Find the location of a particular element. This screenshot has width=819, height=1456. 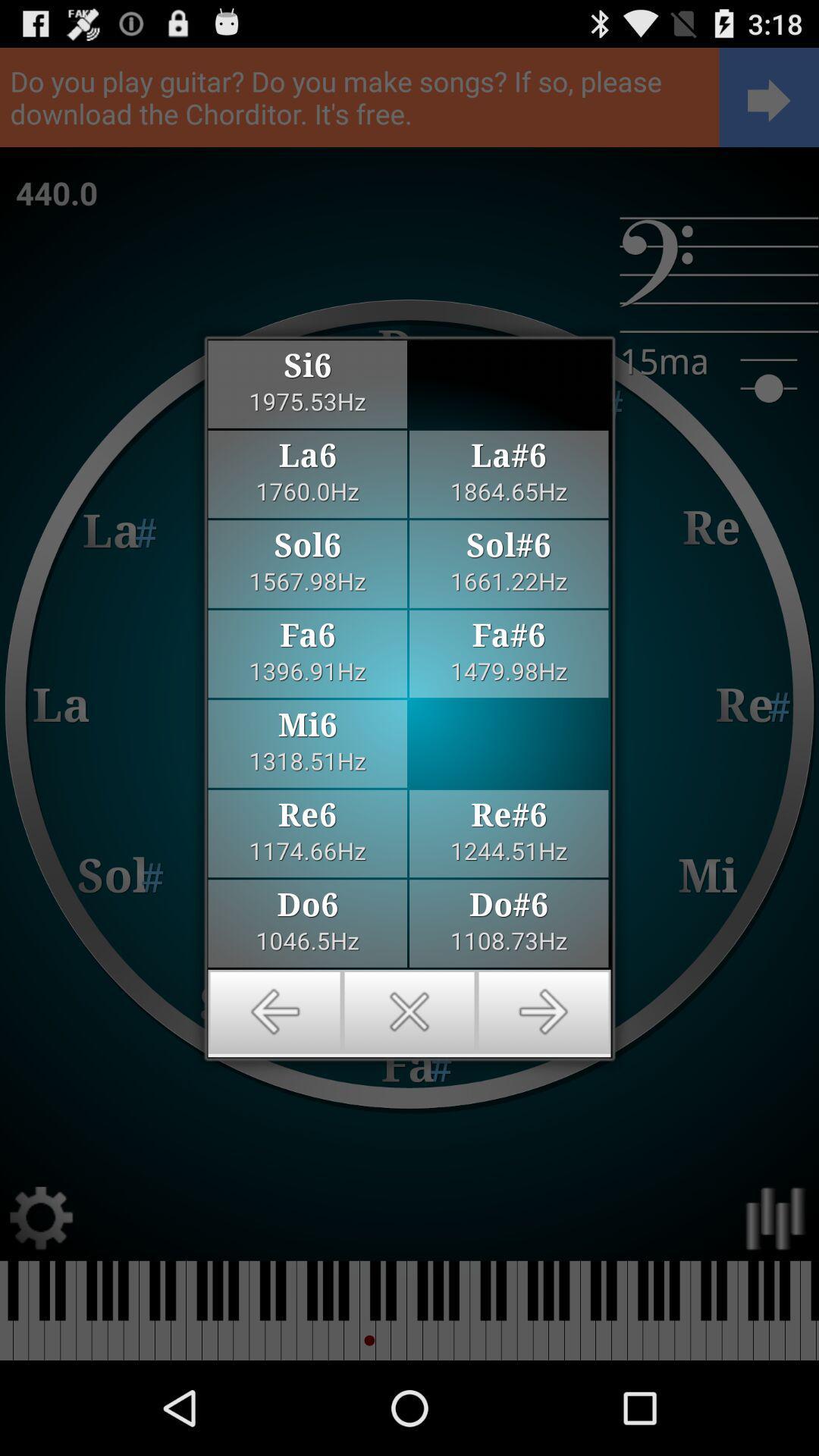

next is located at coordinates (543, 1012).